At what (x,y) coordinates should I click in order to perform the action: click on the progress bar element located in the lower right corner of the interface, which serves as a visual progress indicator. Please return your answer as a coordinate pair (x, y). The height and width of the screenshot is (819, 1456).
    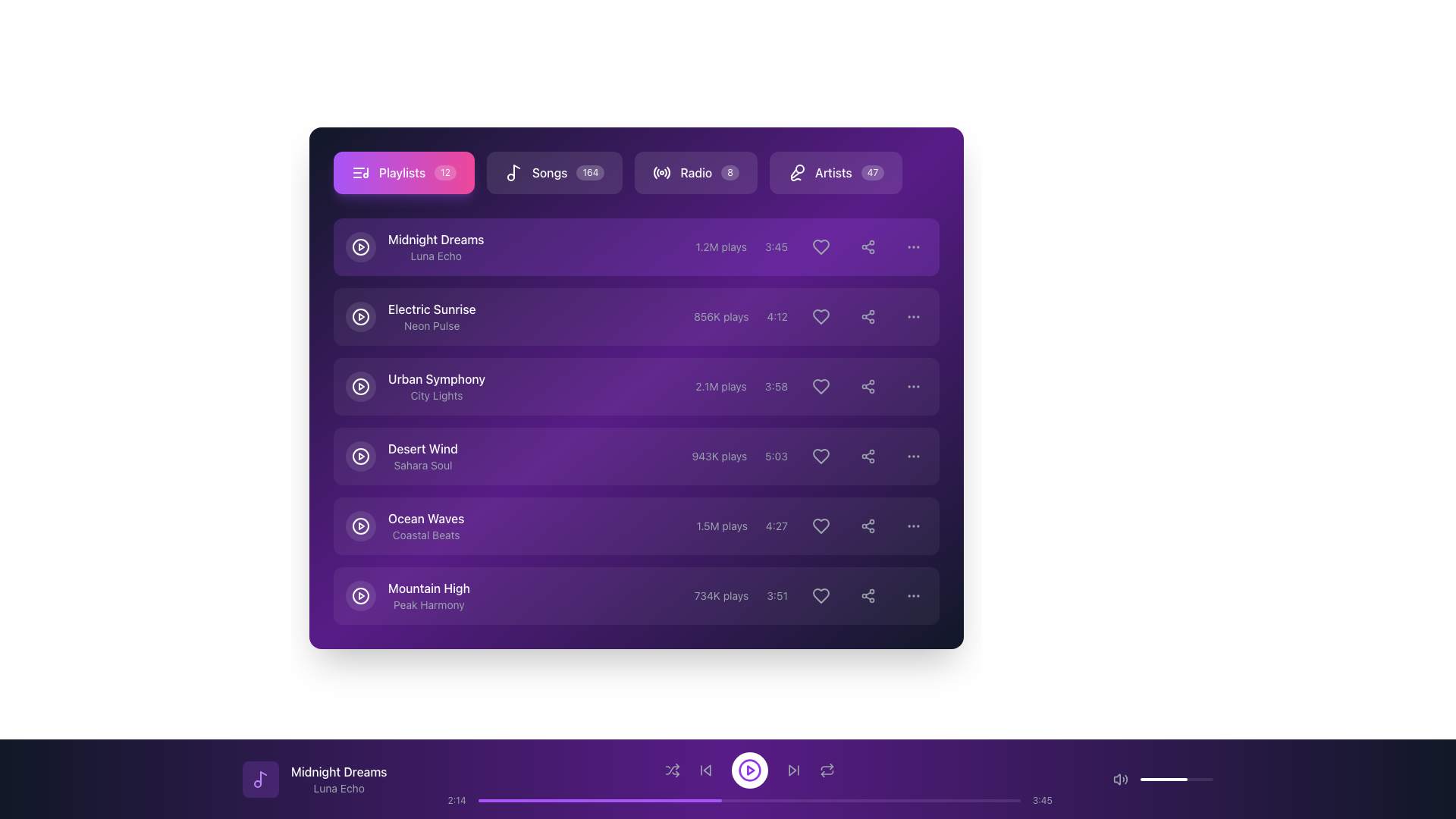
    Looking at the image, I should click on (1163, 780).